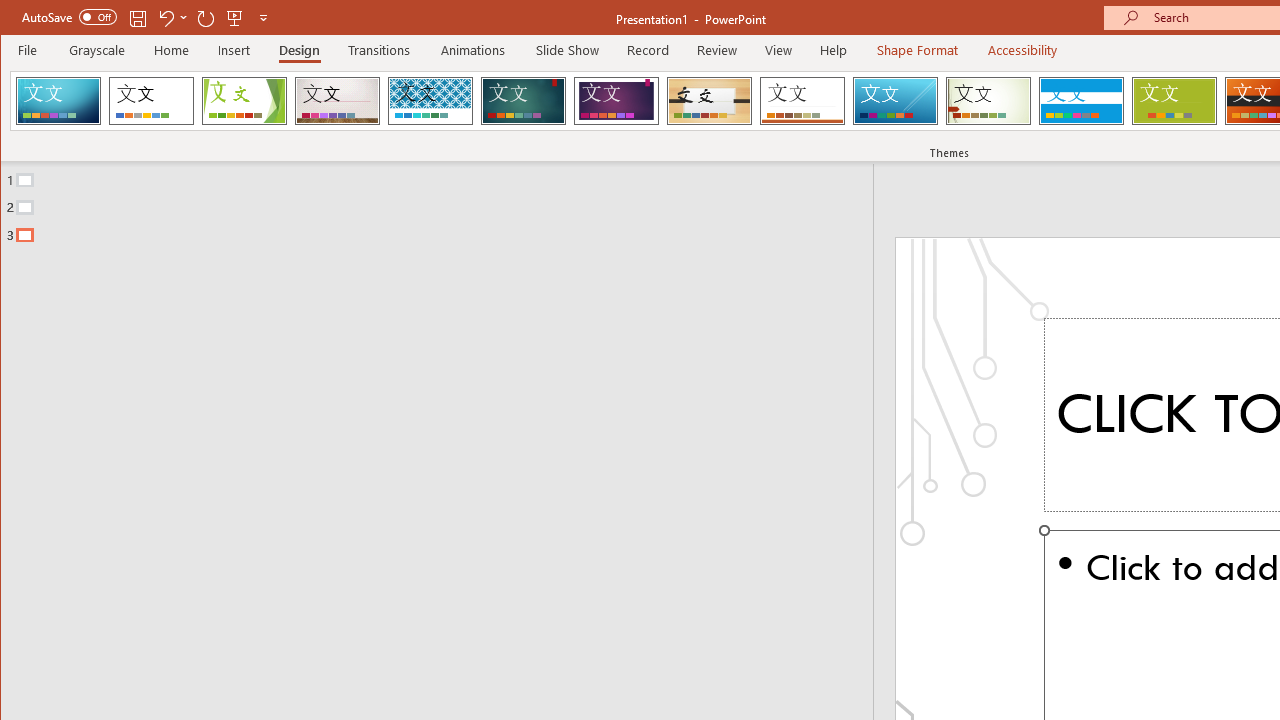  I want to click on 'Undo', so click(172, 17).